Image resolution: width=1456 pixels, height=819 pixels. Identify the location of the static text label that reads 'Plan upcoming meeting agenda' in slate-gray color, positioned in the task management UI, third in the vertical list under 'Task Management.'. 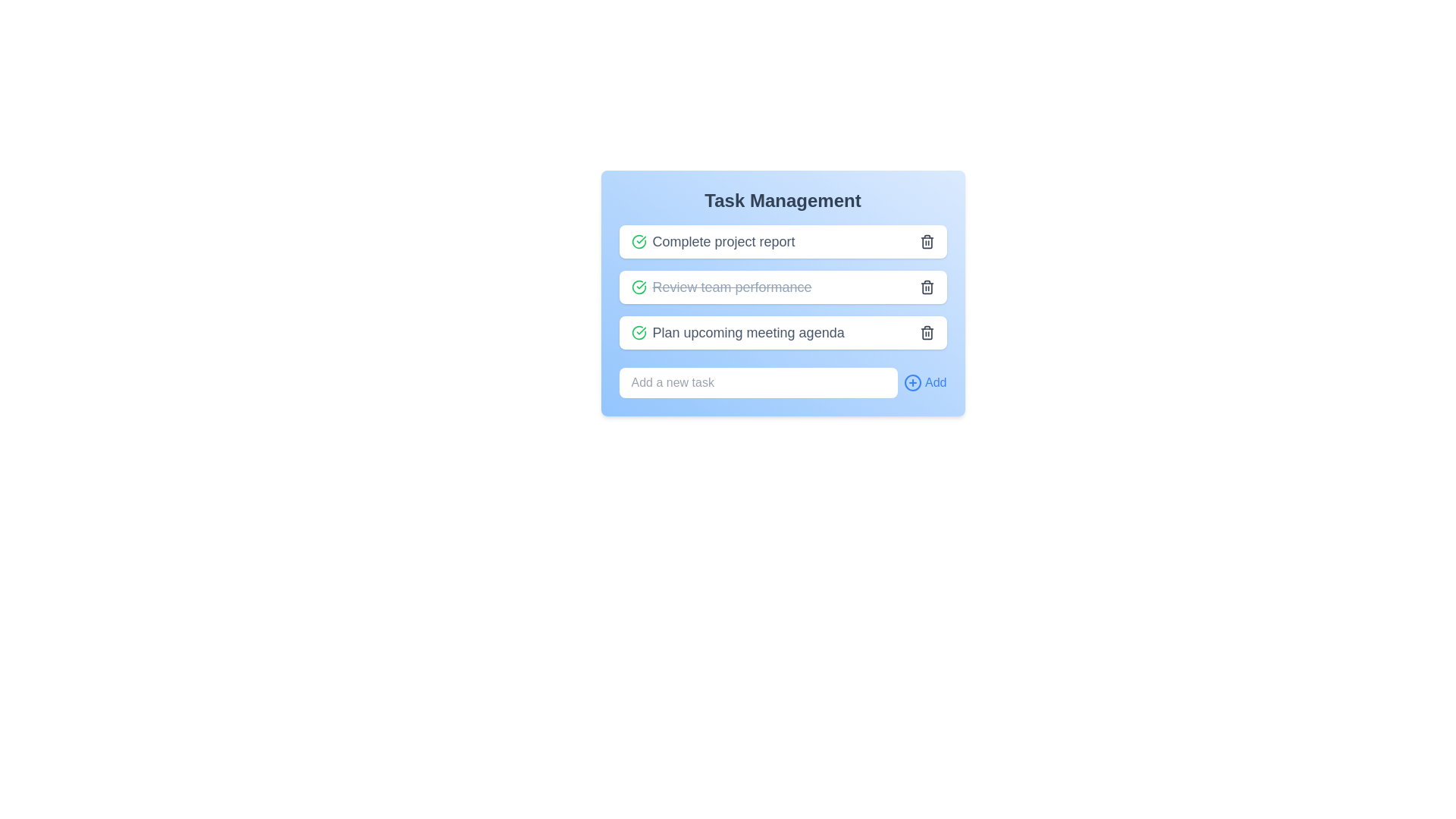
(748, 332).